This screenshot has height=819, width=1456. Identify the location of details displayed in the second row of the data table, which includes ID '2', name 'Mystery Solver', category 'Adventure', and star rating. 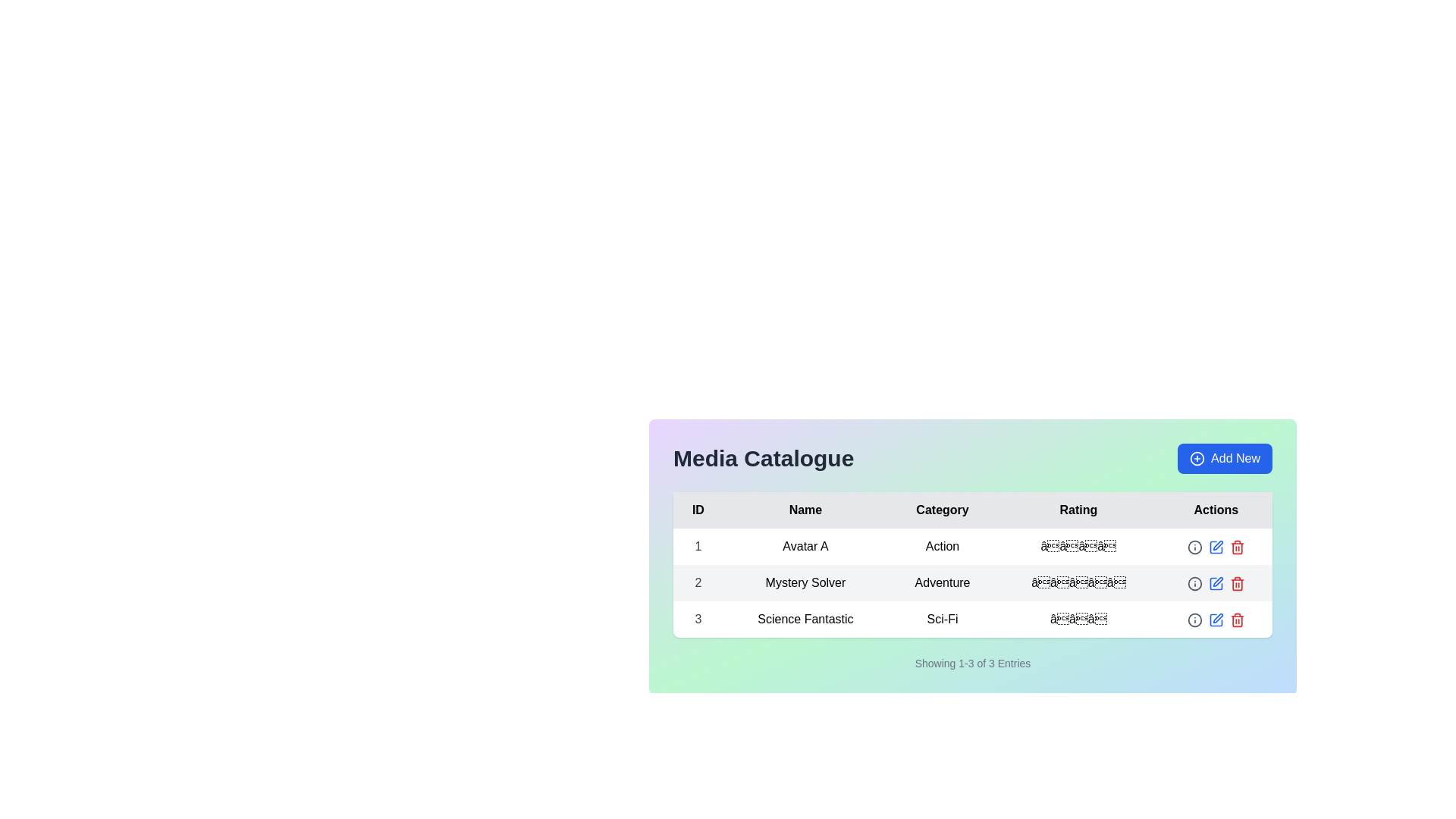
(972, 582).